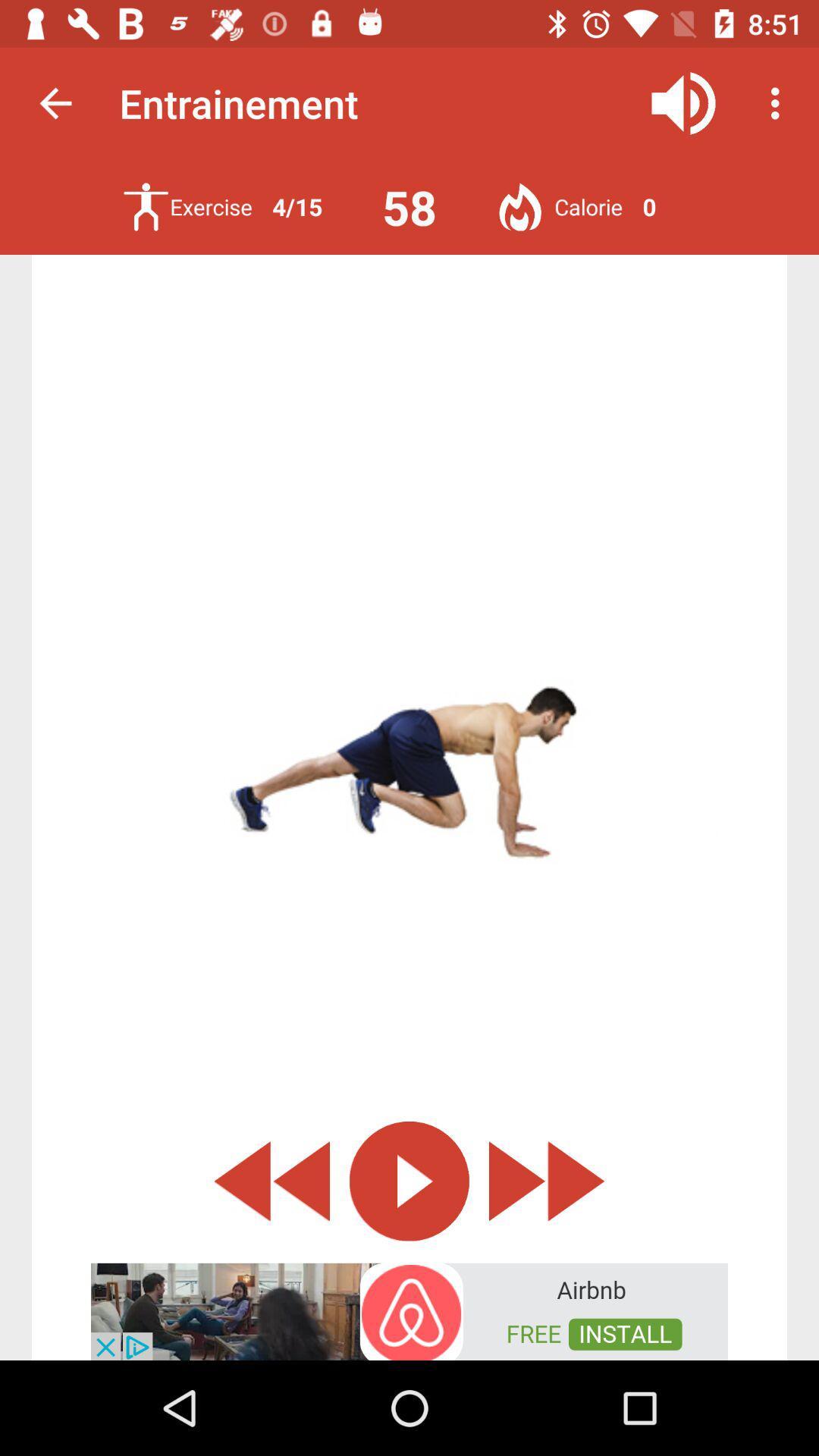  I want to click on the av_rewind icon, so click(271, 1180).